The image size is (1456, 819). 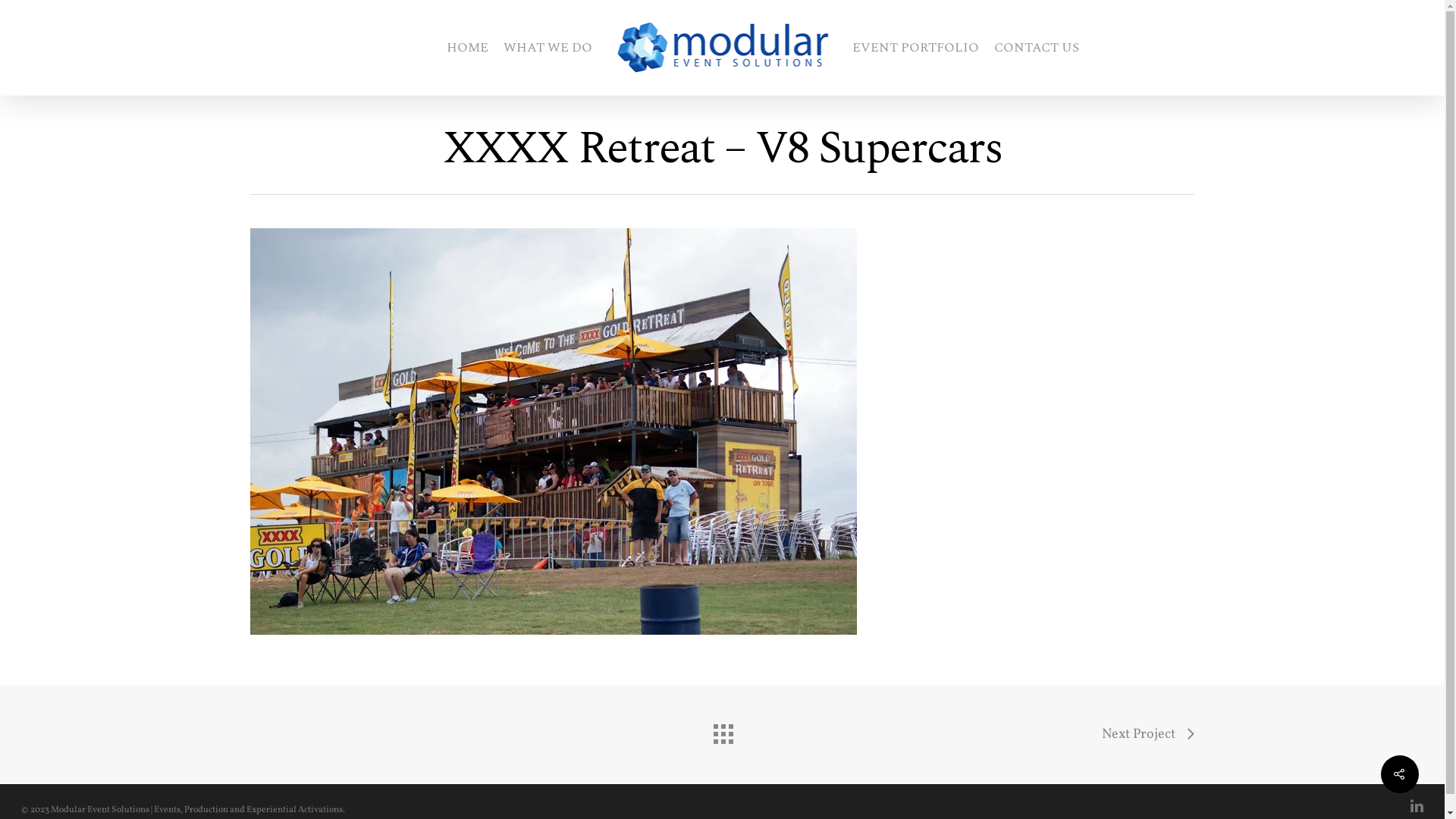 I want to click on 'Next Project', so click(x=1147, y=733).